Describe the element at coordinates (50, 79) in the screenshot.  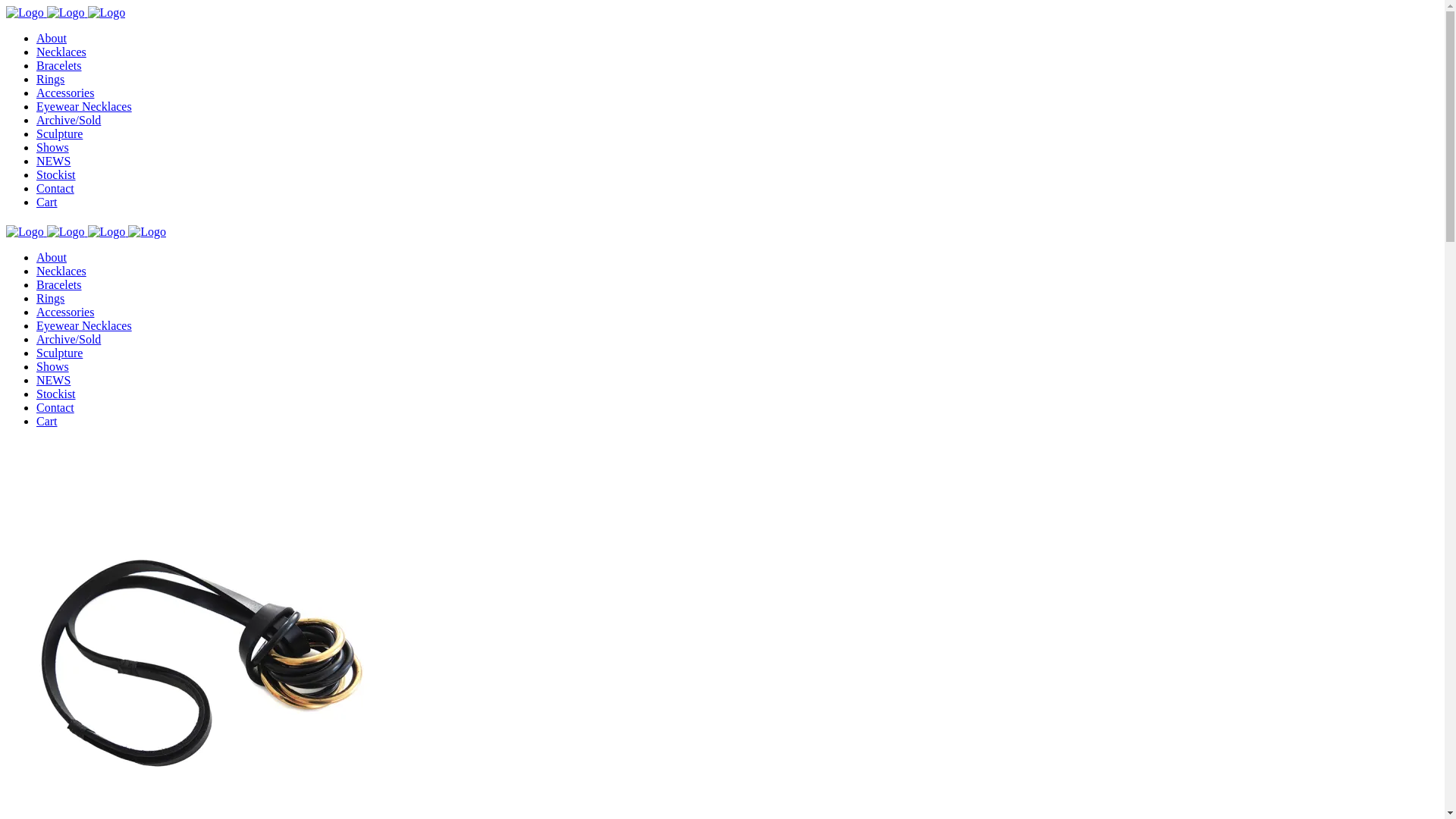
I see `'Rings'` at that location.